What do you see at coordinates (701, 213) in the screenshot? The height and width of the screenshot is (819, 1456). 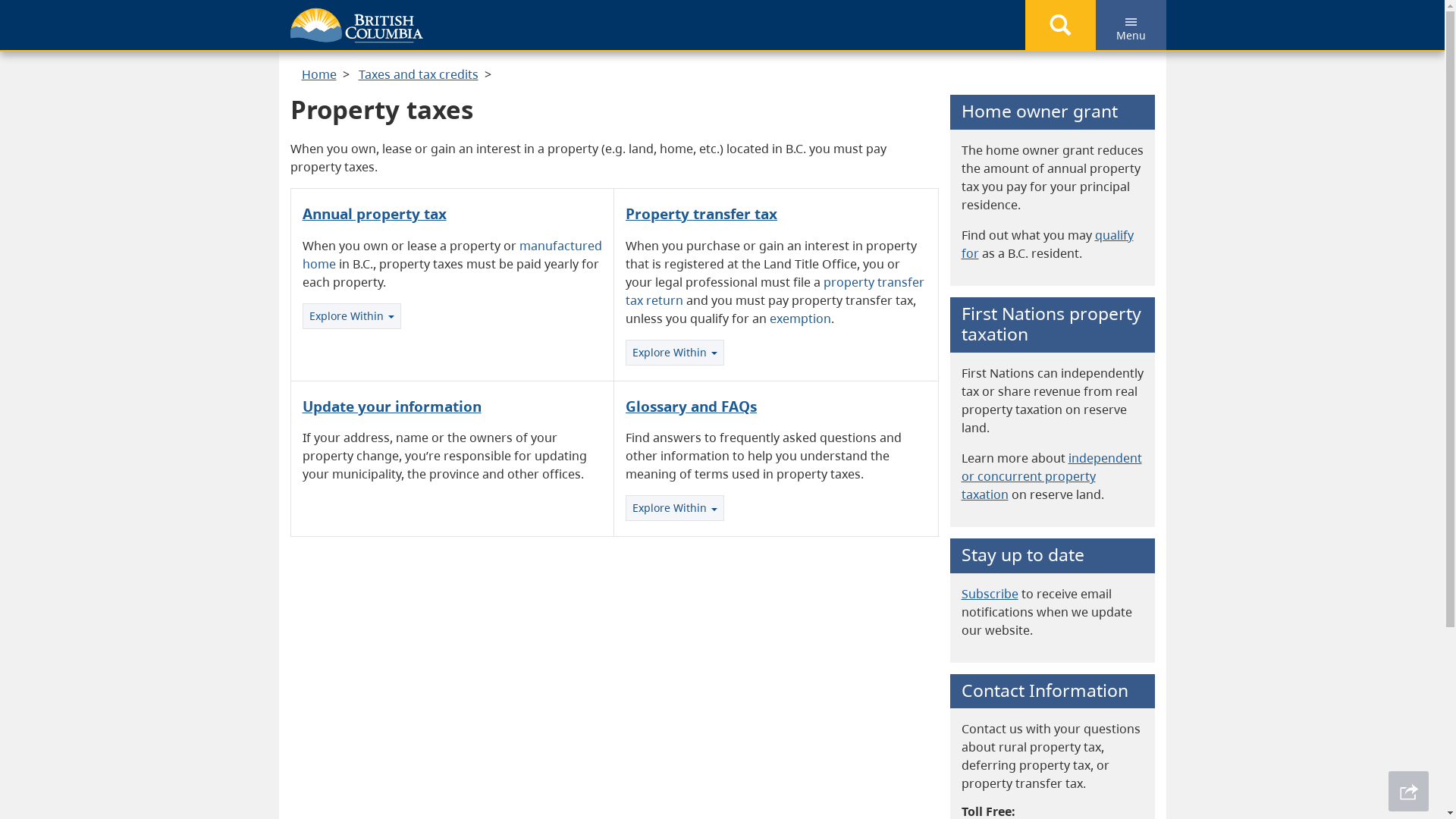 I see `'Property transfer tax'` at bounding box center [701, 213].